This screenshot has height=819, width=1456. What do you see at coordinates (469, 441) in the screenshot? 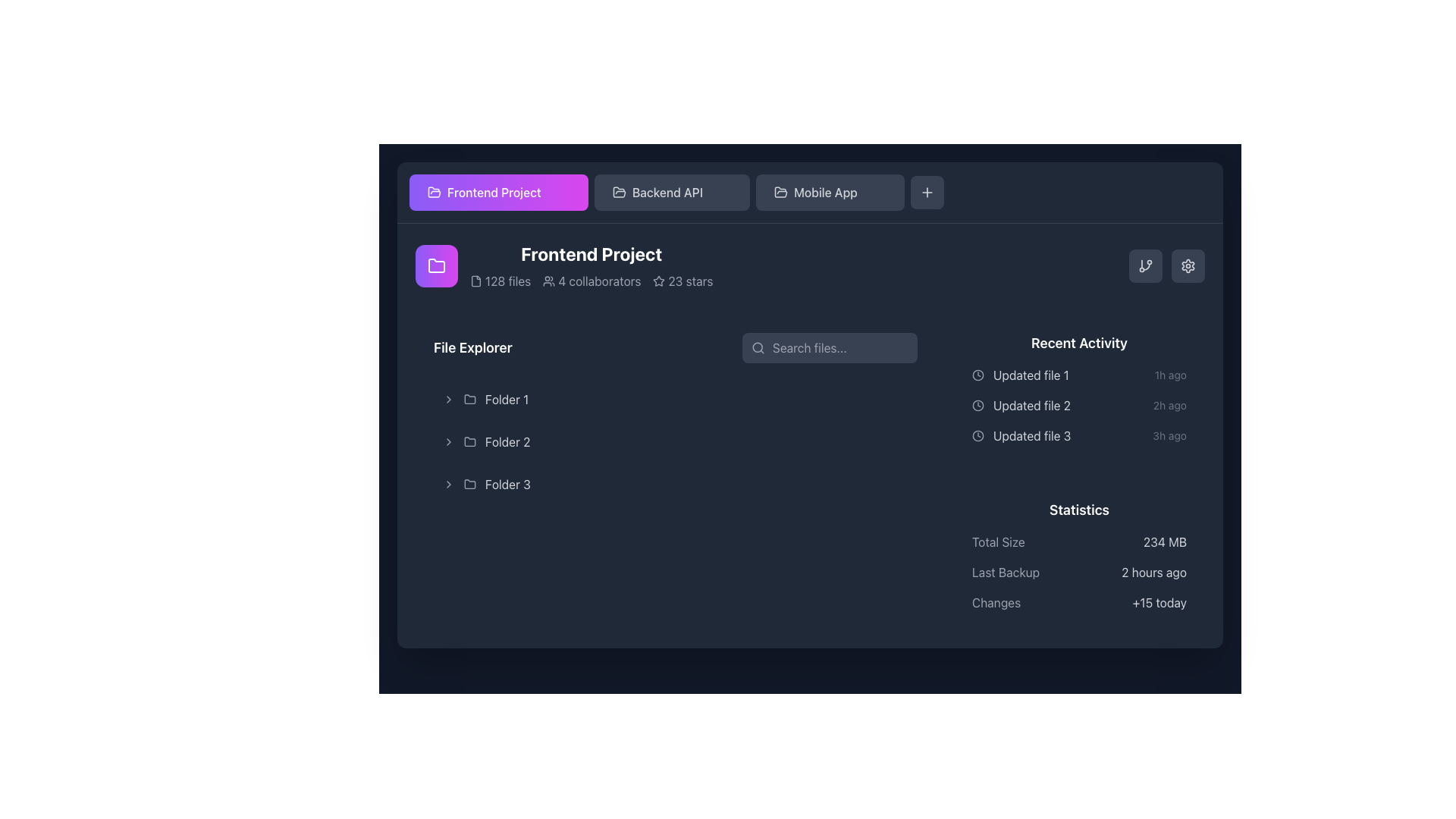
I see `the folder icon labeled 'Folder 2' in the sidebar of the file explorer` at bounding box center [469, 441].